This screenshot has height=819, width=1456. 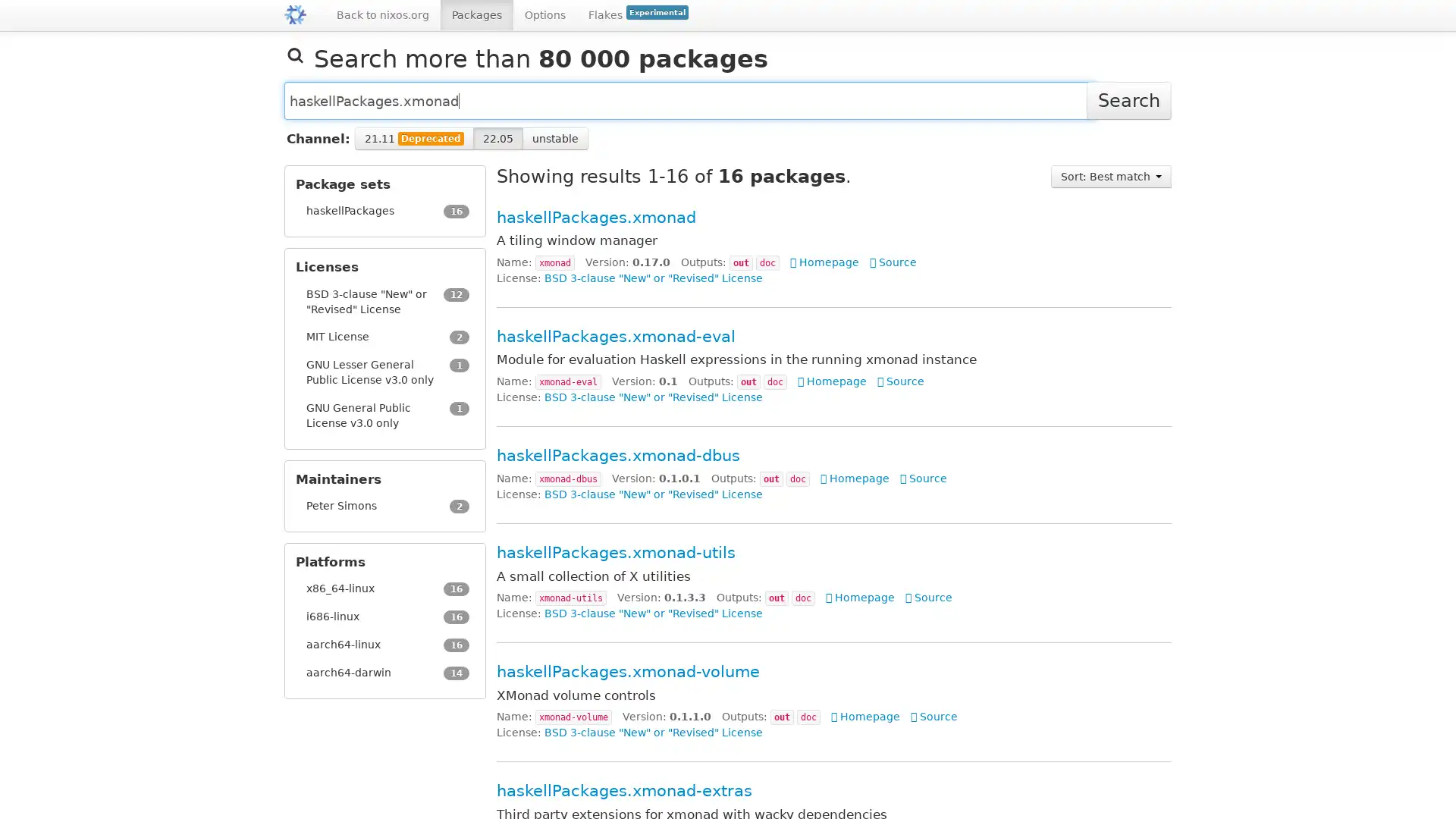 What do you see at coordinates (554, 138) in the screenshot?
I see `unstable` at bounding box center [554, 138].